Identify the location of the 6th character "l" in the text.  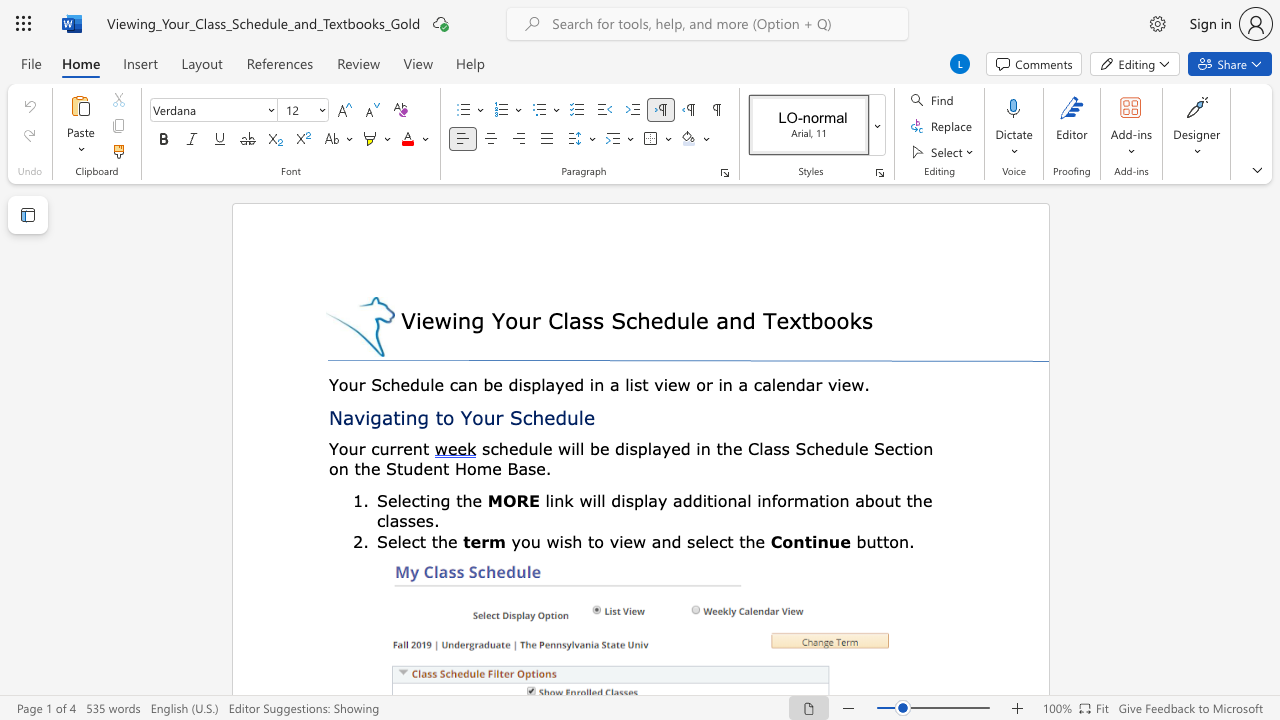
(856, 447).